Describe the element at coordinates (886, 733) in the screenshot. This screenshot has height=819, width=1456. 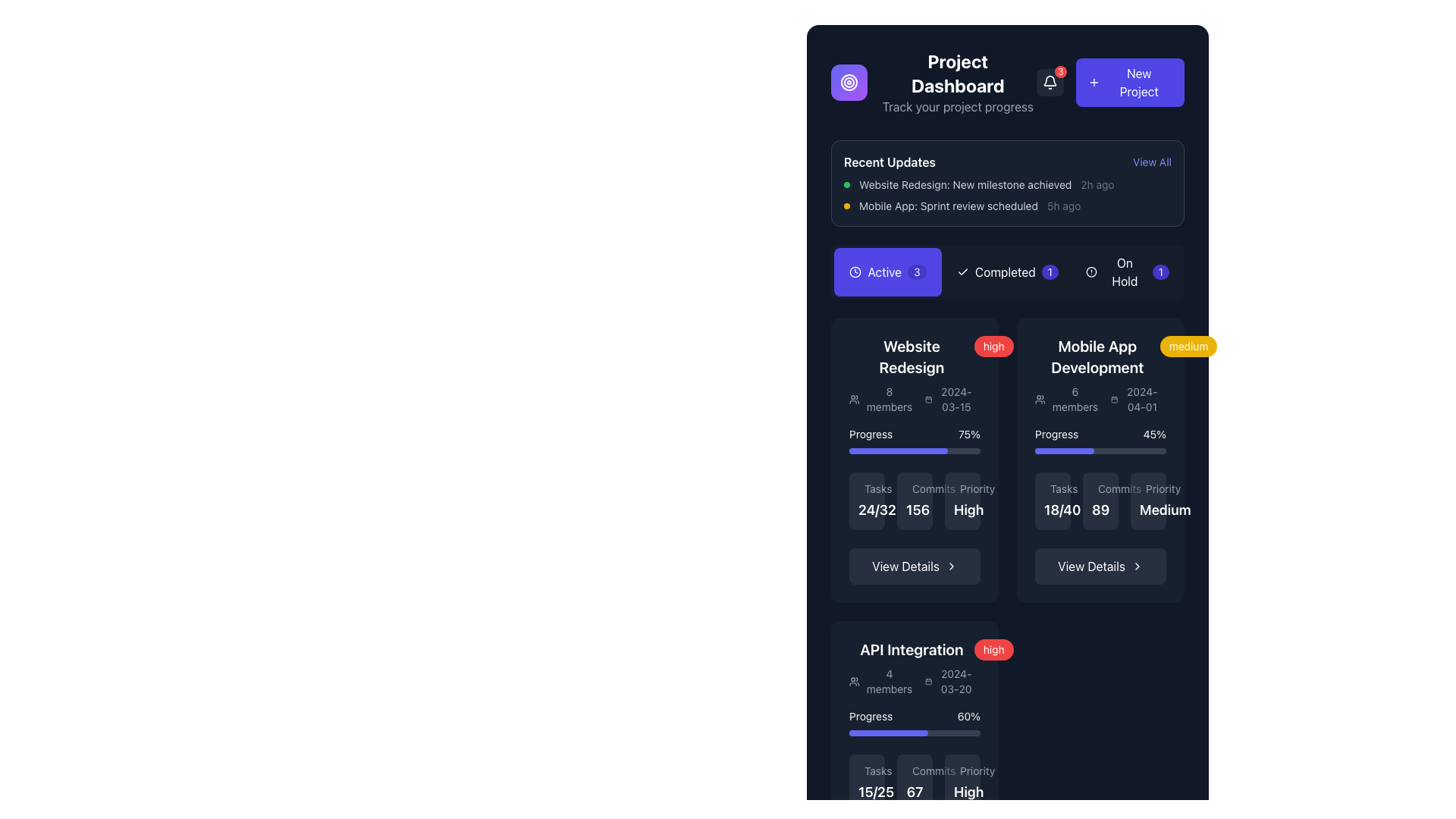
I see `progress bar` at that location.